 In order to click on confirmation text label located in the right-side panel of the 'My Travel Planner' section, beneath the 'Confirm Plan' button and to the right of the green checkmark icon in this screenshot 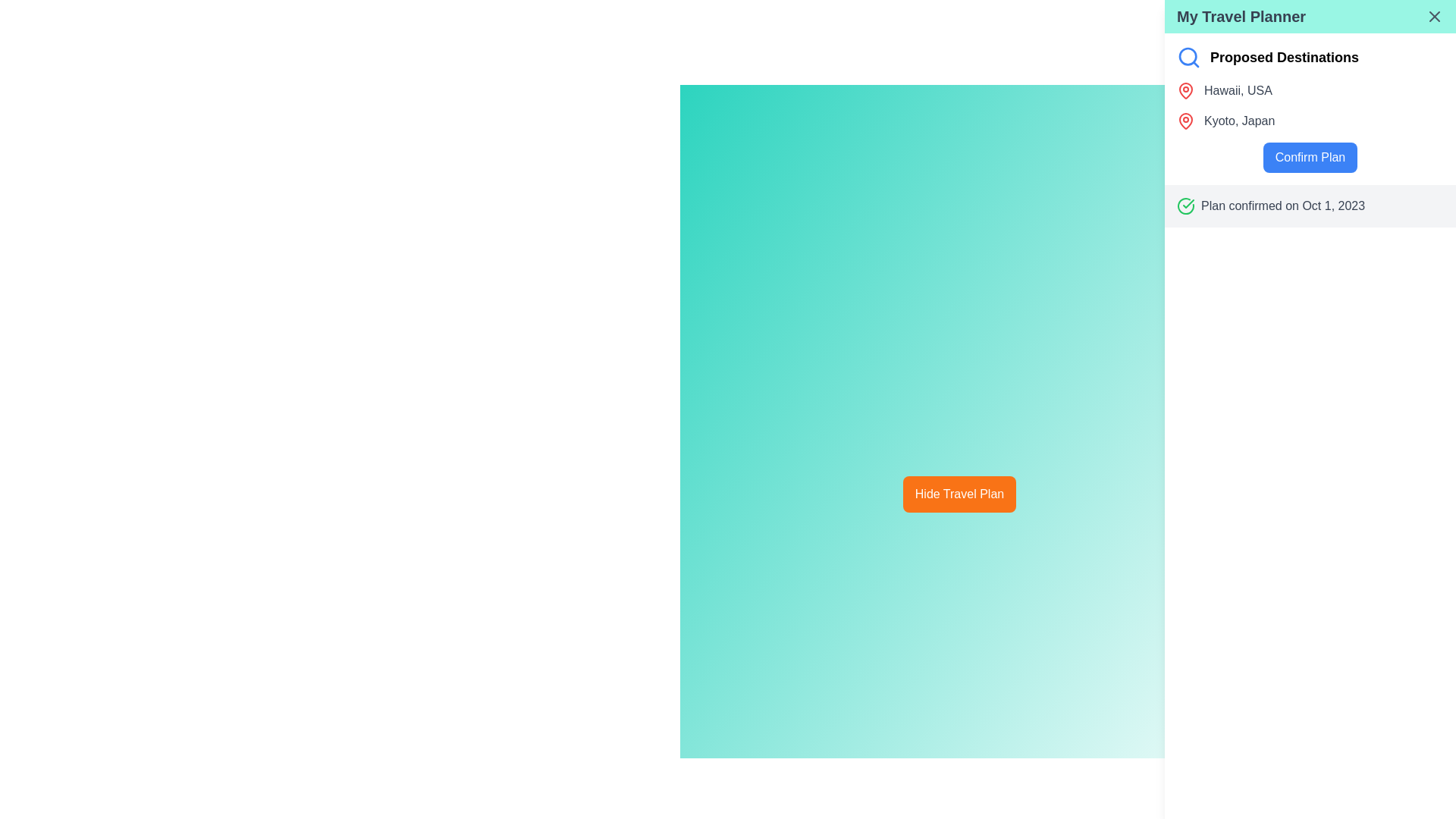, I will do `click(1282, 206)`.